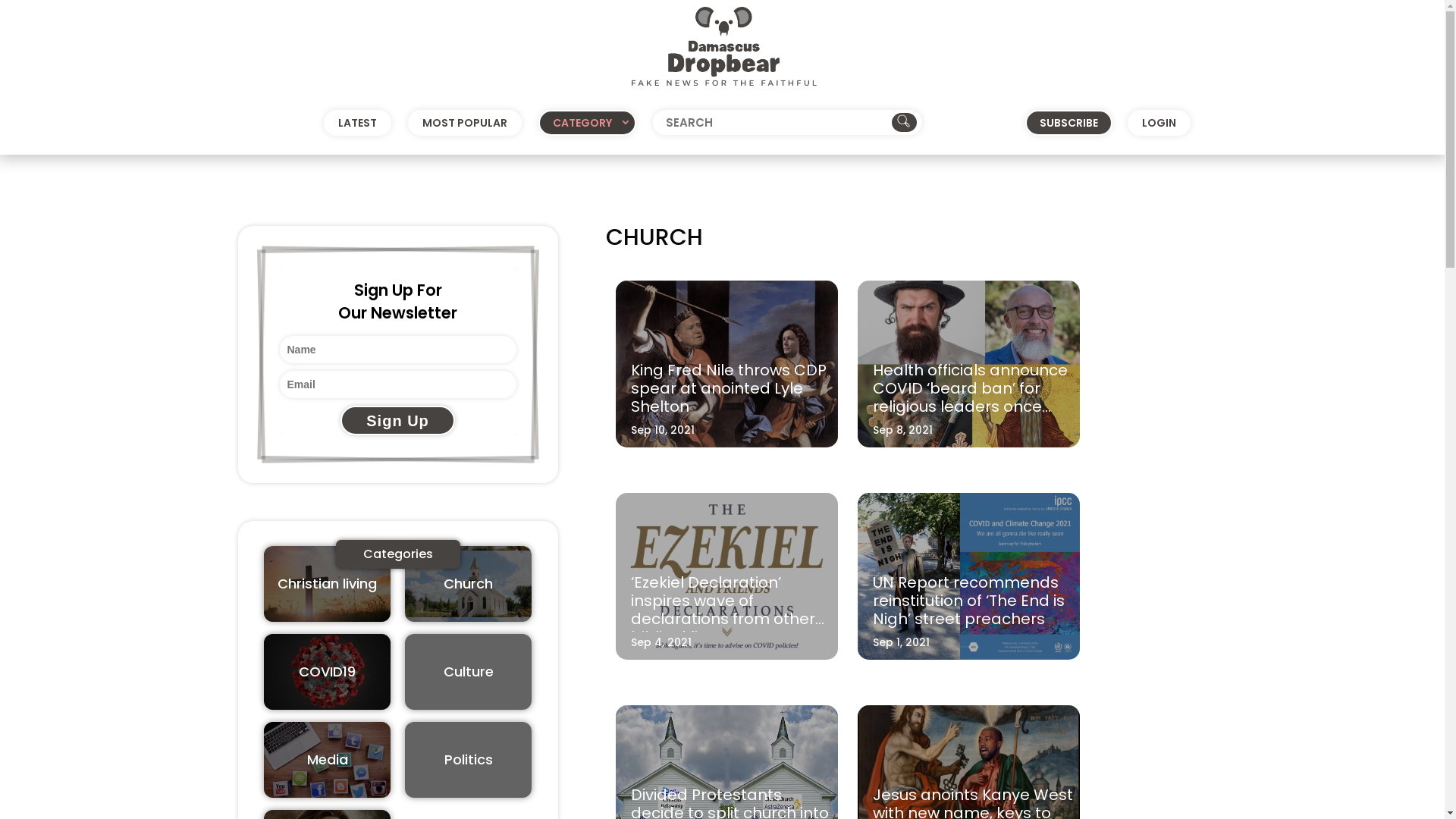  Describe the element at coordinates (356, 122) in the screenshot. I see `'LATEST'` at that location.